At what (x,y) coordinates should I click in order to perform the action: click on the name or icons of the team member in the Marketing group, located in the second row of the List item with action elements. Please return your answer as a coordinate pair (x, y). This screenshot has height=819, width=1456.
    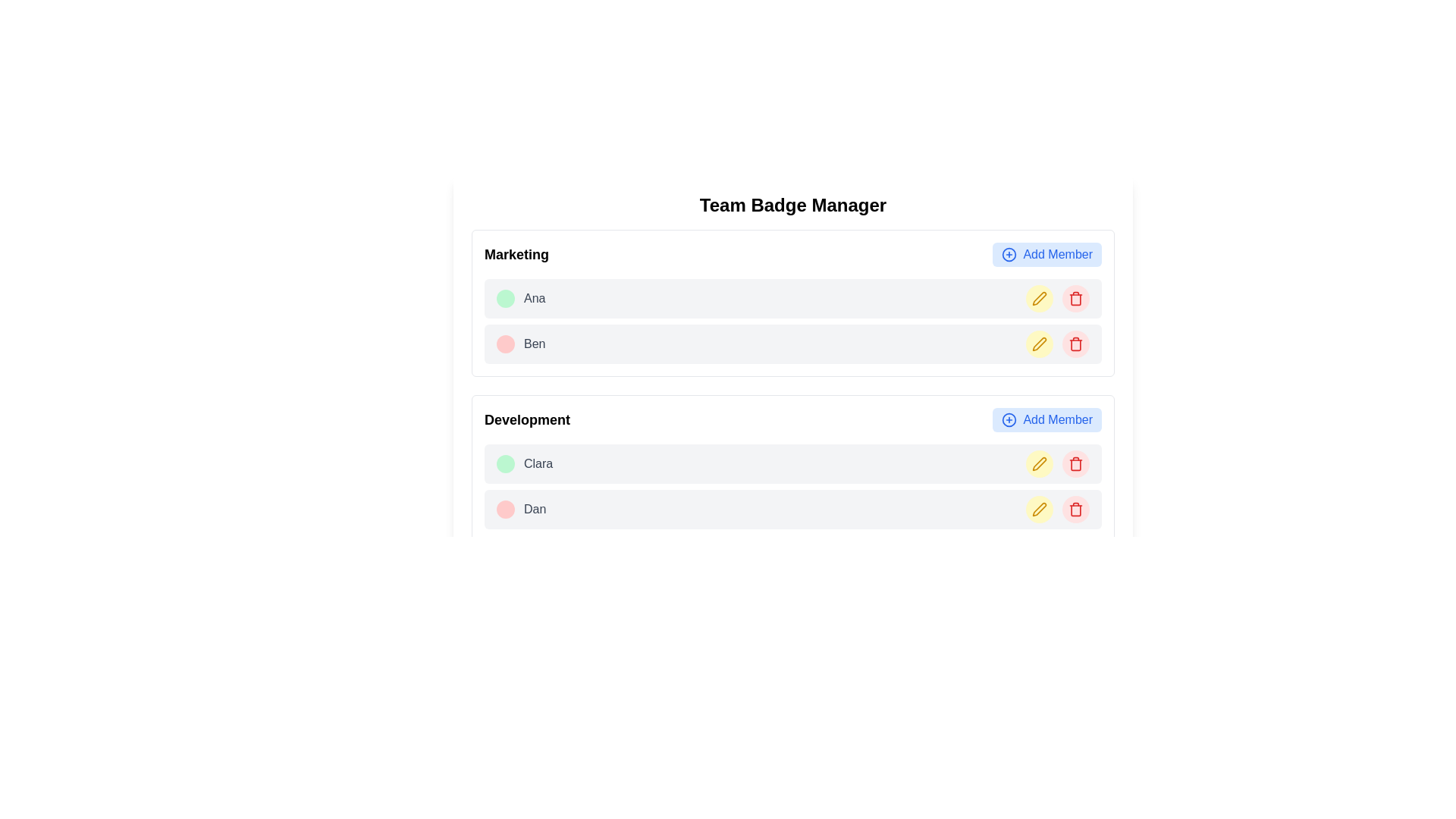
    Looking at the image, I should click on (792, 344).